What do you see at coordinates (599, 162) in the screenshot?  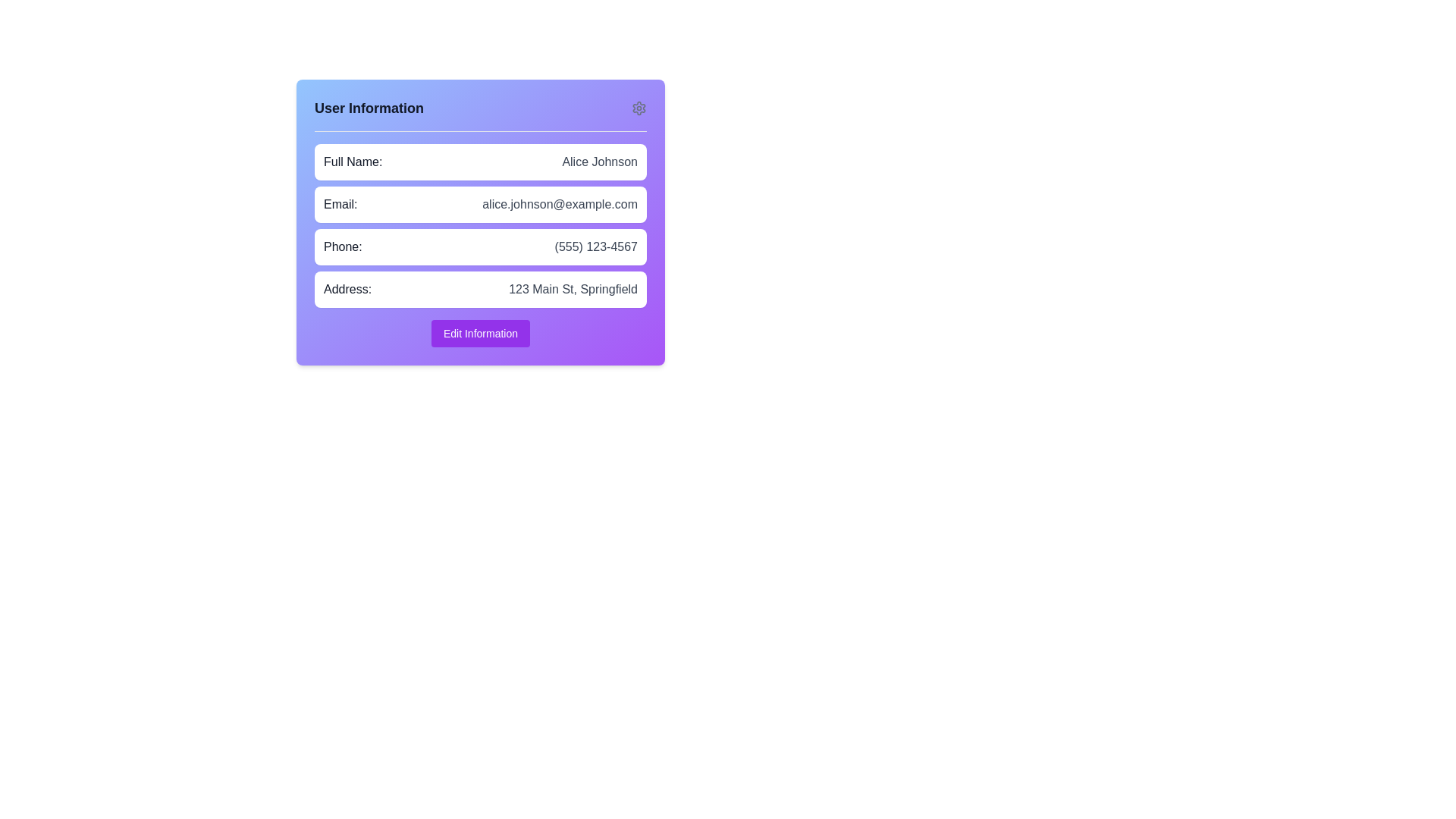 I see `text label displaying 'Alice Johnson' which is located to the right of the 'Full Name:' label in the User Information section` at bounding box center [599, 162].